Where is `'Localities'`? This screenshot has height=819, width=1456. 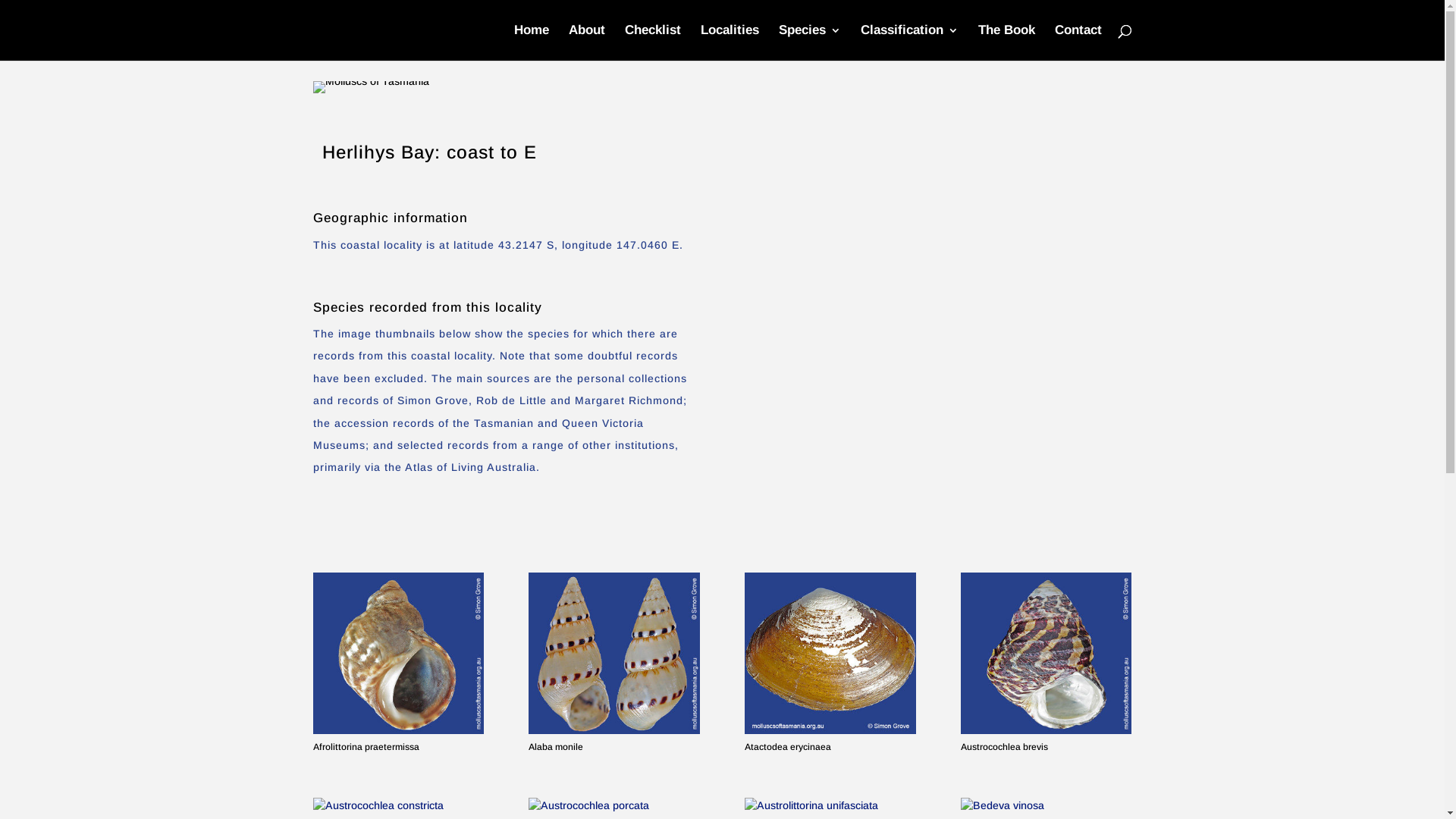
'Localities' is located at coordinates (730, 42).